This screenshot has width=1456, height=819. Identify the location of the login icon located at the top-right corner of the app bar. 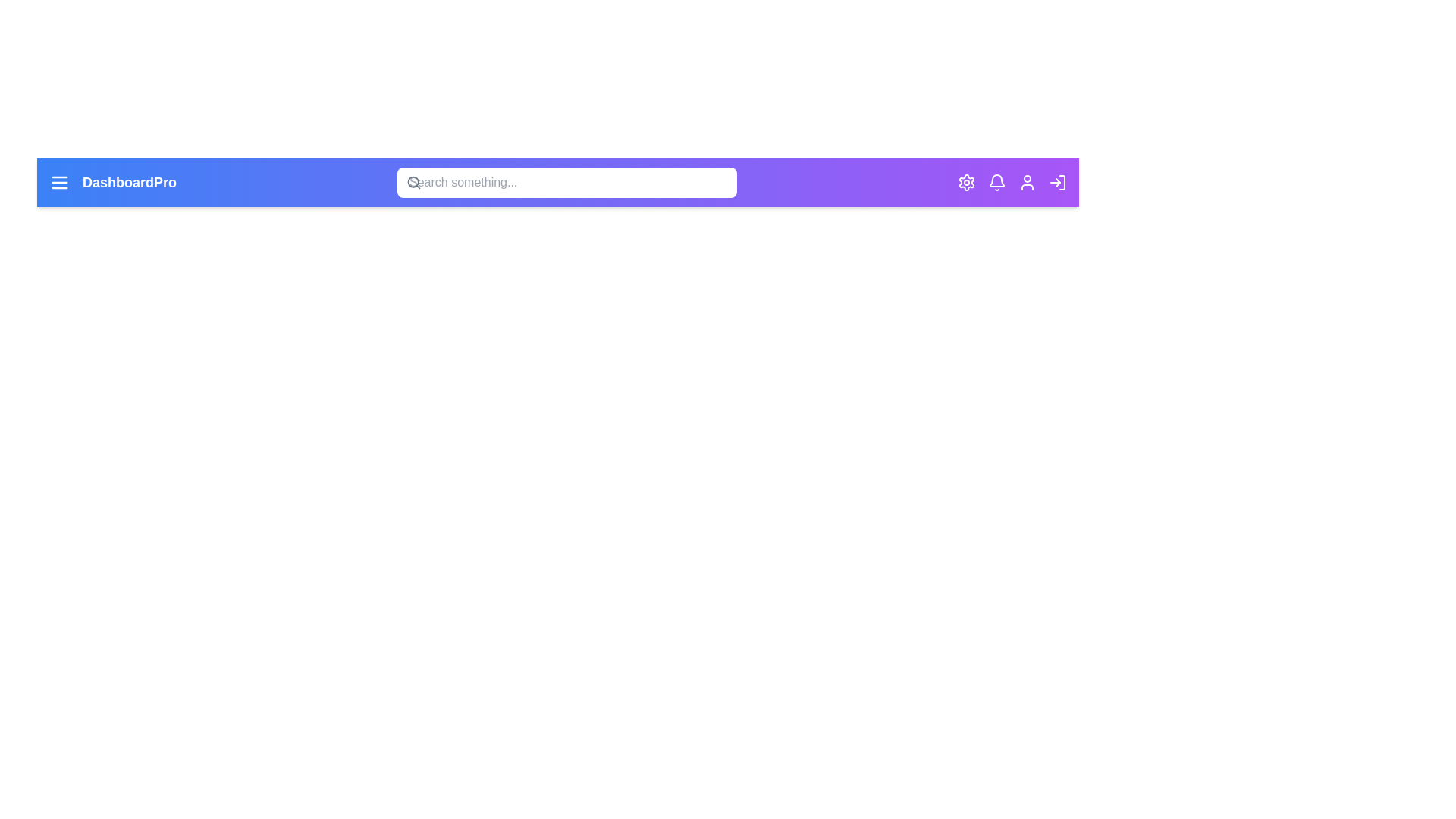
(1057, 181).